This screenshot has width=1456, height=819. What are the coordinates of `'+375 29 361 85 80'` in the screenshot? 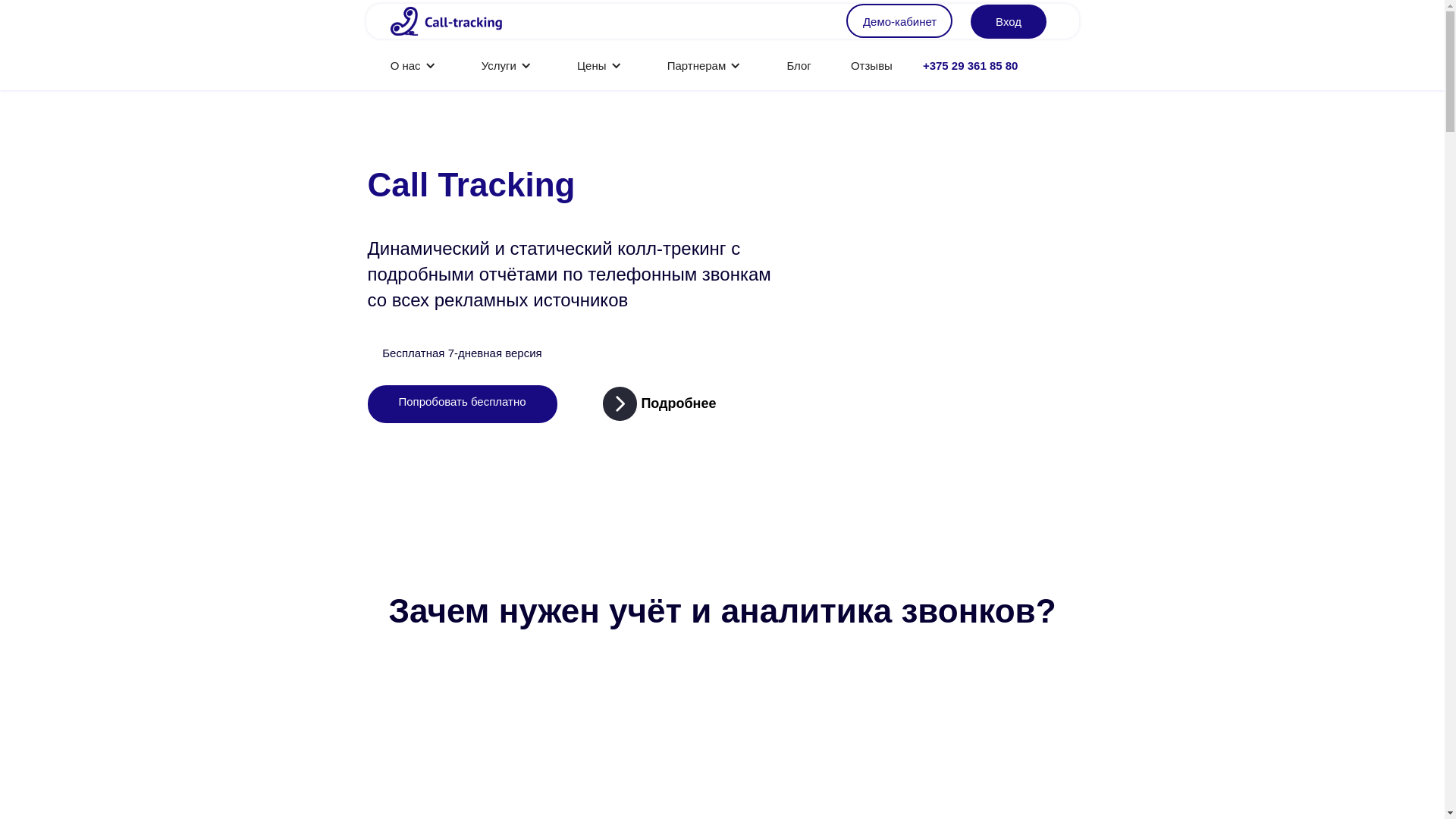 It's located at (971, 64).